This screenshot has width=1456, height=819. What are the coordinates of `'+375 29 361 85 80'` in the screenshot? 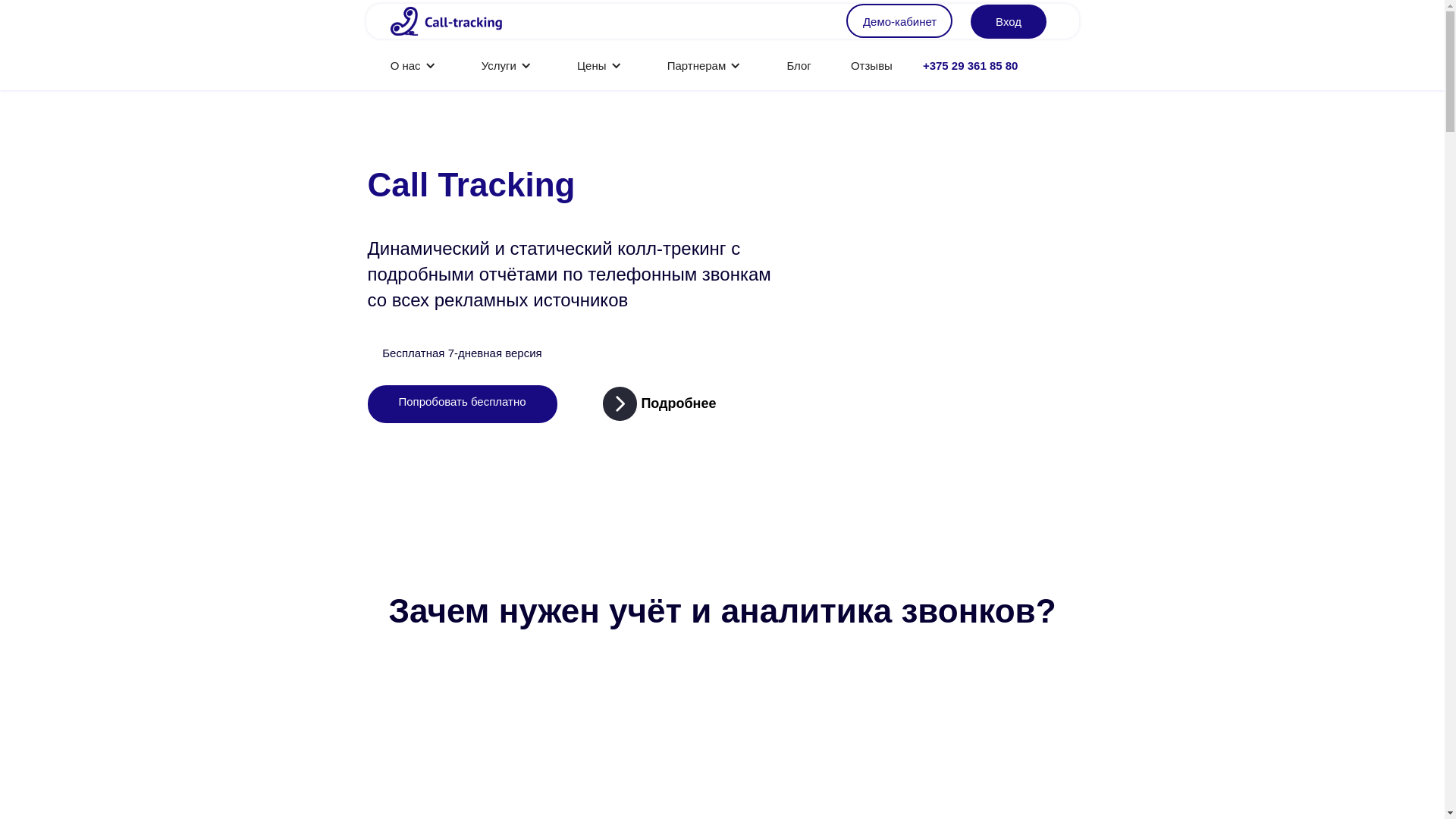 It's located at (971, 64).